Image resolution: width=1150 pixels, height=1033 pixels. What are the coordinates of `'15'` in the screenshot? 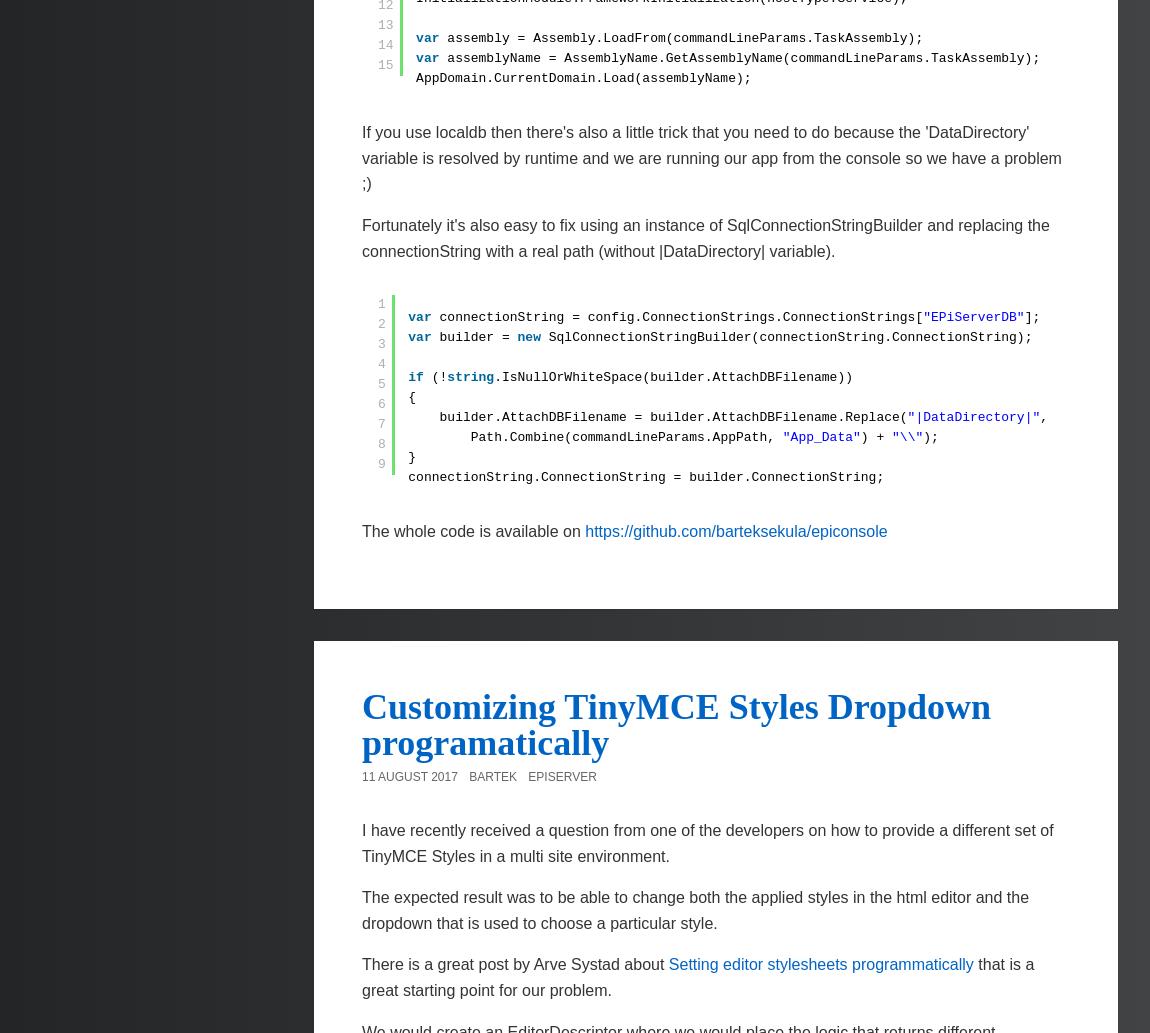 It's located at (385, 65).